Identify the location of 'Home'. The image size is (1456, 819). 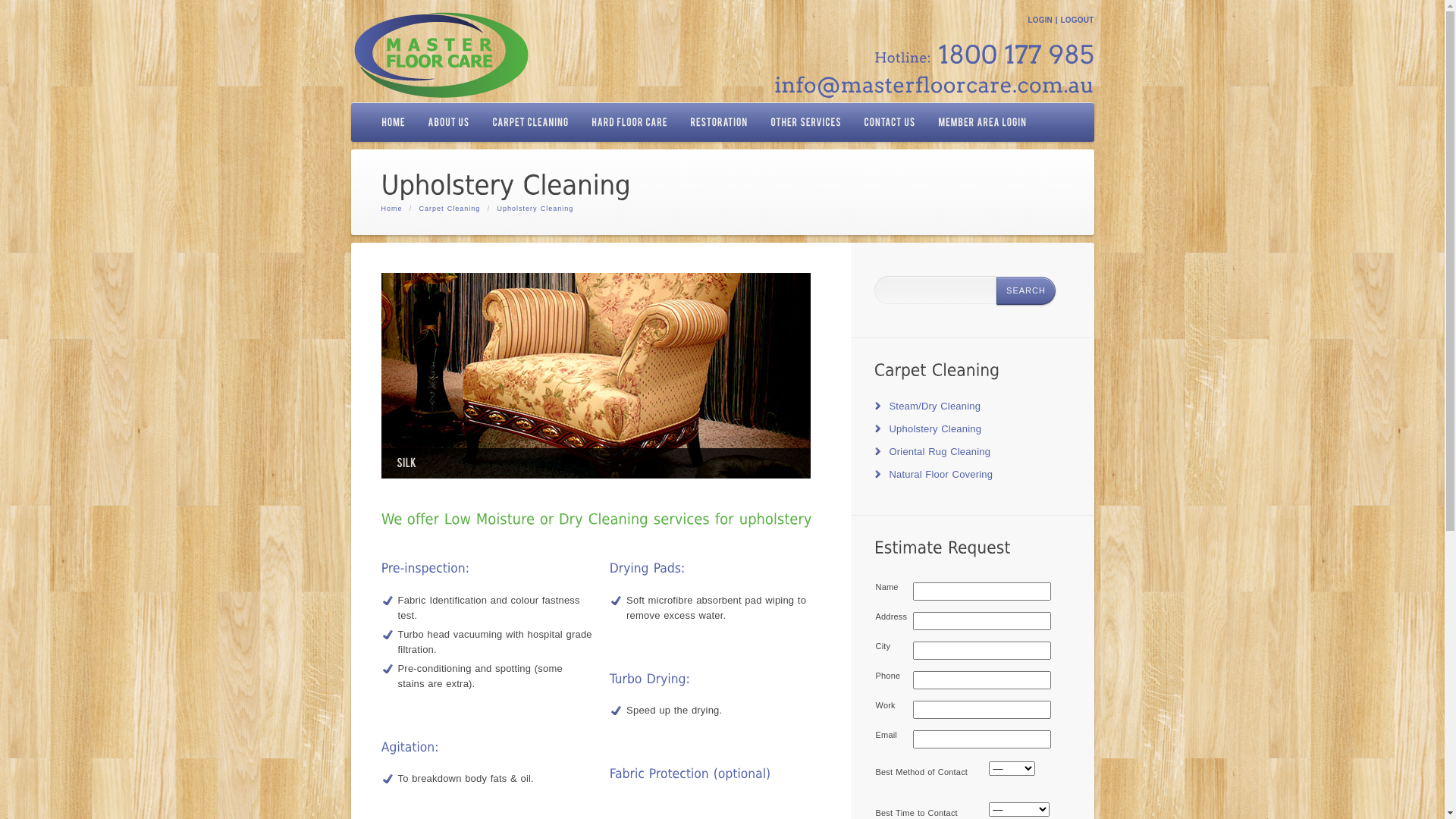
(391, 208).